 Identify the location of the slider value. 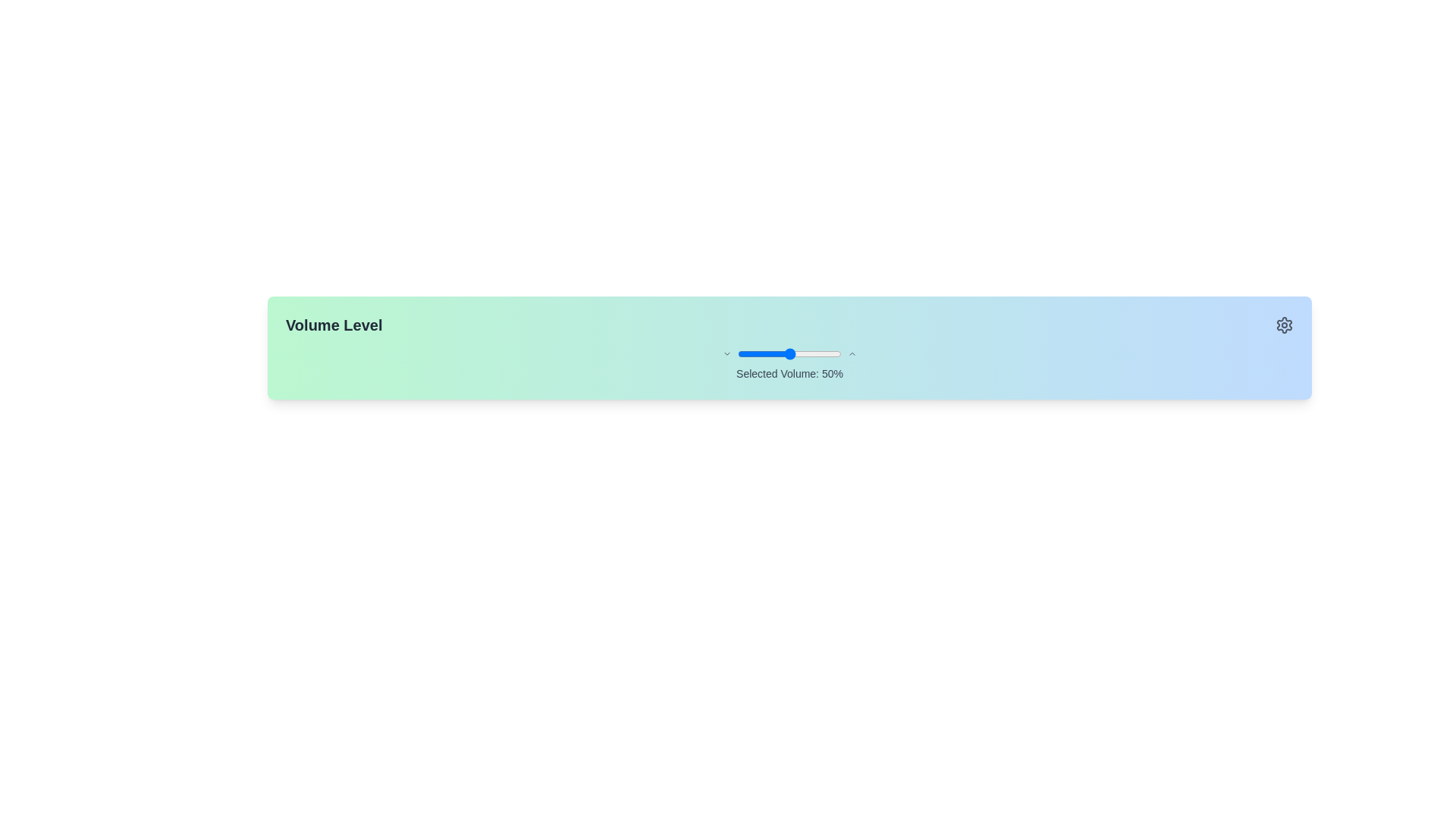
(748, 353).